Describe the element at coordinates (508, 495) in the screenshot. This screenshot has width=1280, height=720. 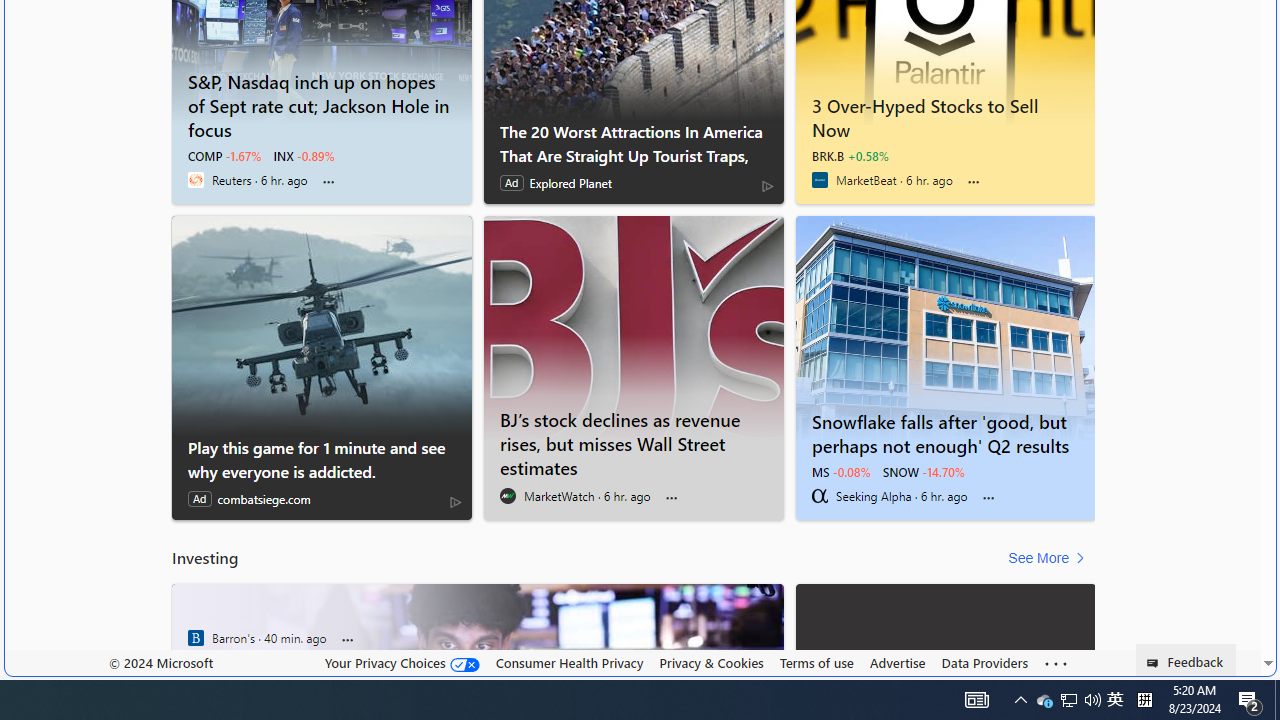
I see `'MarketWatch'` at that location.